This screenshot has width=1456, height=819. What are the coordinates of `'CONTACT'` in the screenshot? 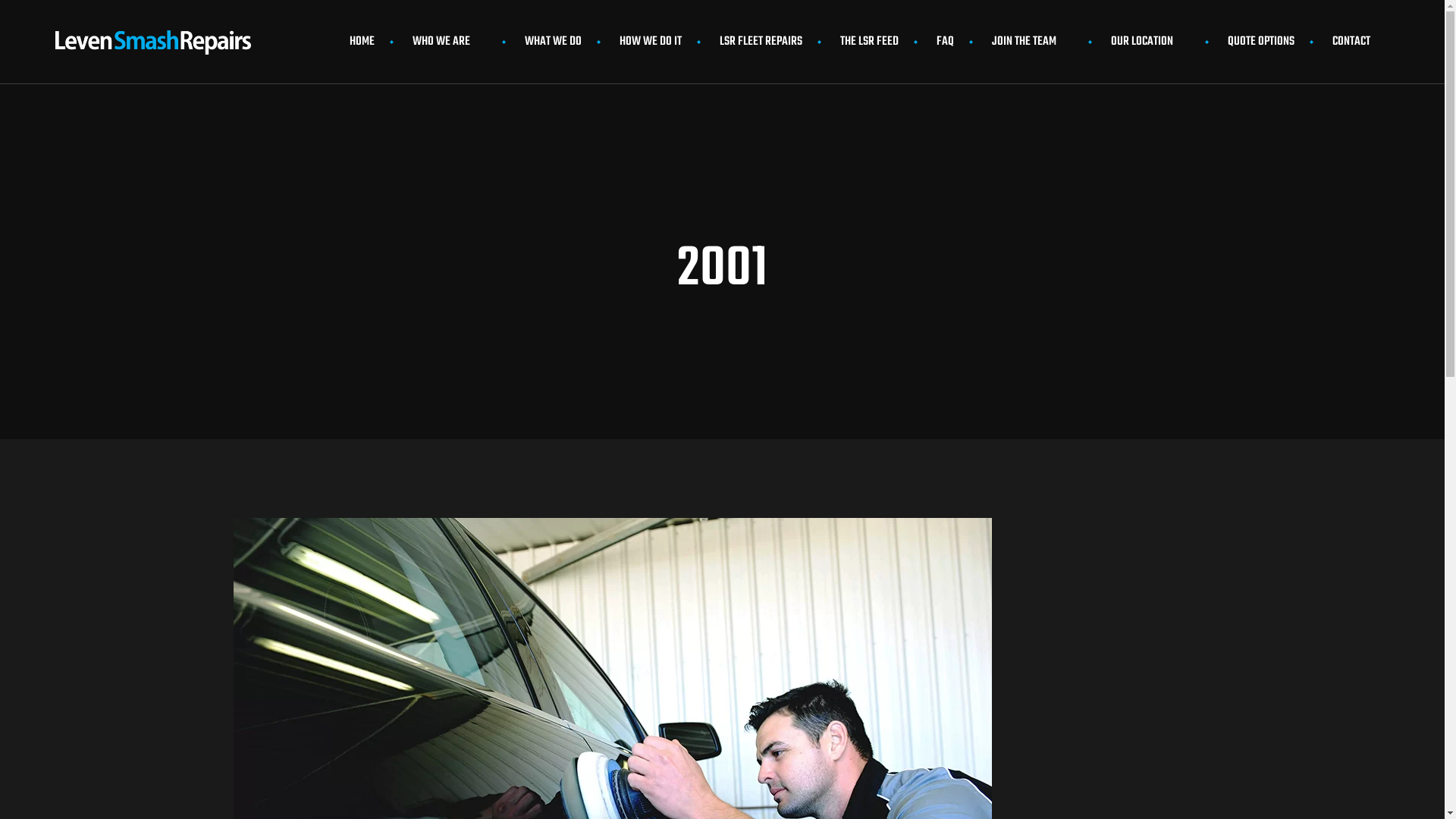 It's located at (1351, 40).